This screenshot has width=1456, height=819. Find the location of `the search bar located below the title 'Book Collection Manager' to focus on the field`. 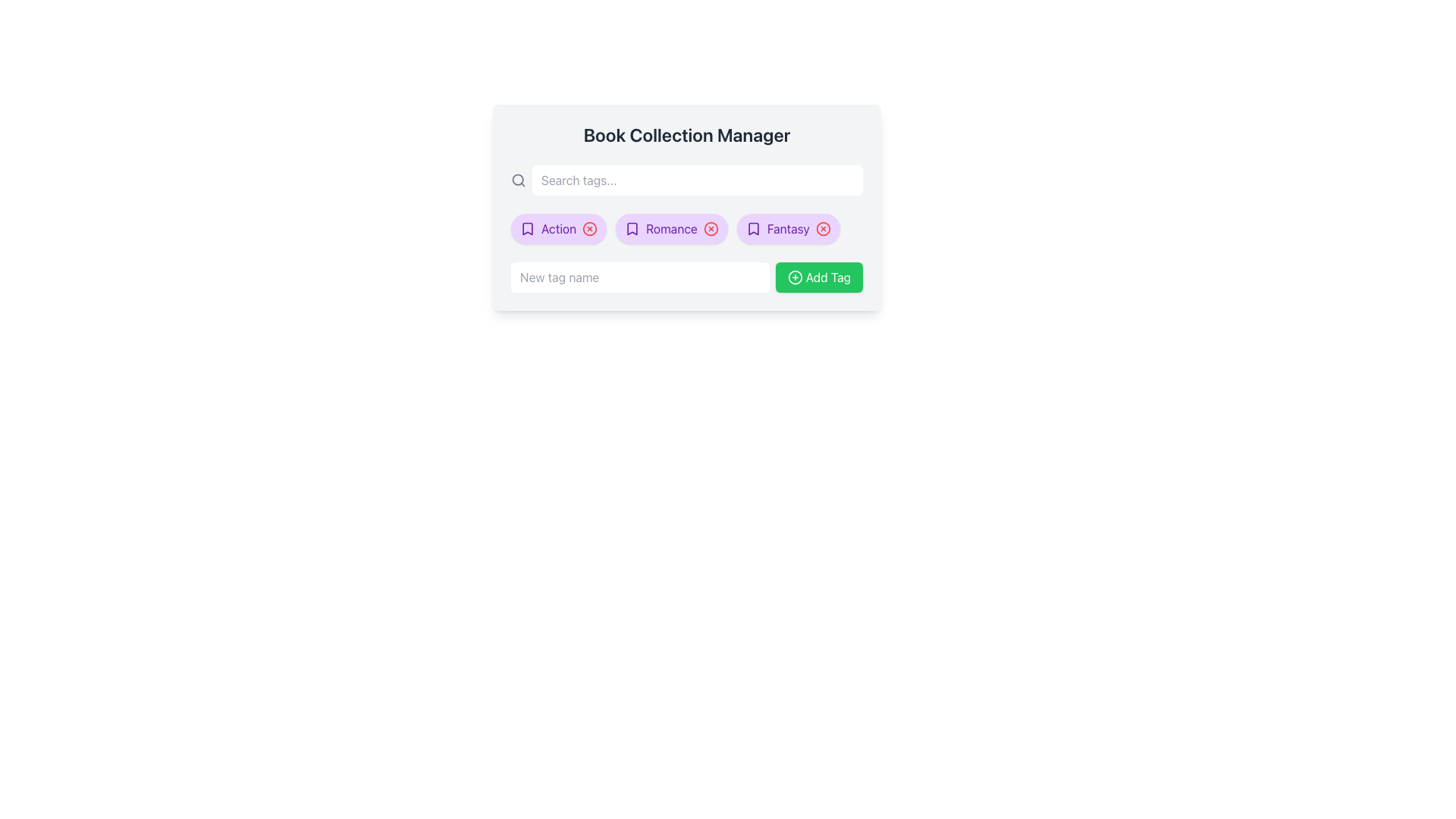

the search bar located below the title 'Book Collection Manager' to focus on the field is located at coordinates (686, 180).